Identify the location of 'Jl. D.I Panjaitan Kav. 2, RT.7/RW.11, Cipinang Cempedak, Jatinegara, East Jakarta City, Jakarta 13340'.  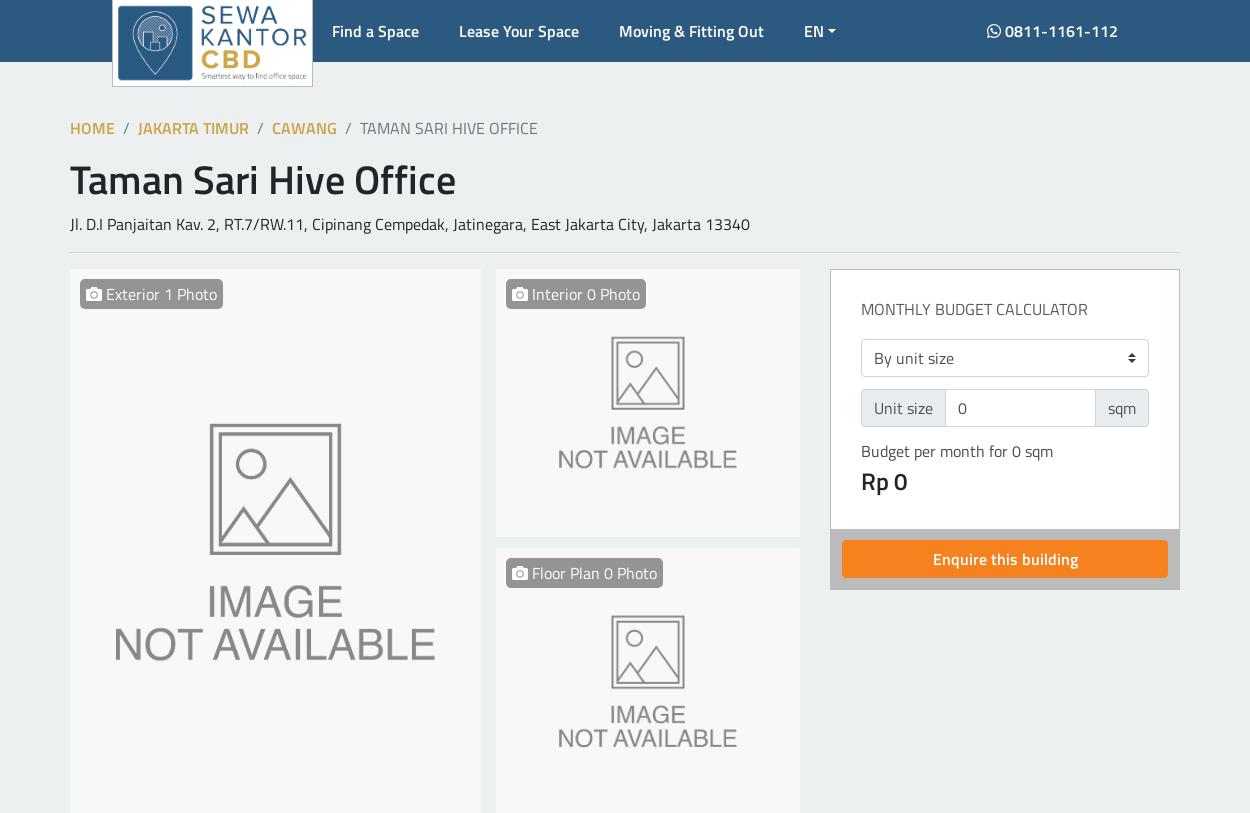
(410, 222).